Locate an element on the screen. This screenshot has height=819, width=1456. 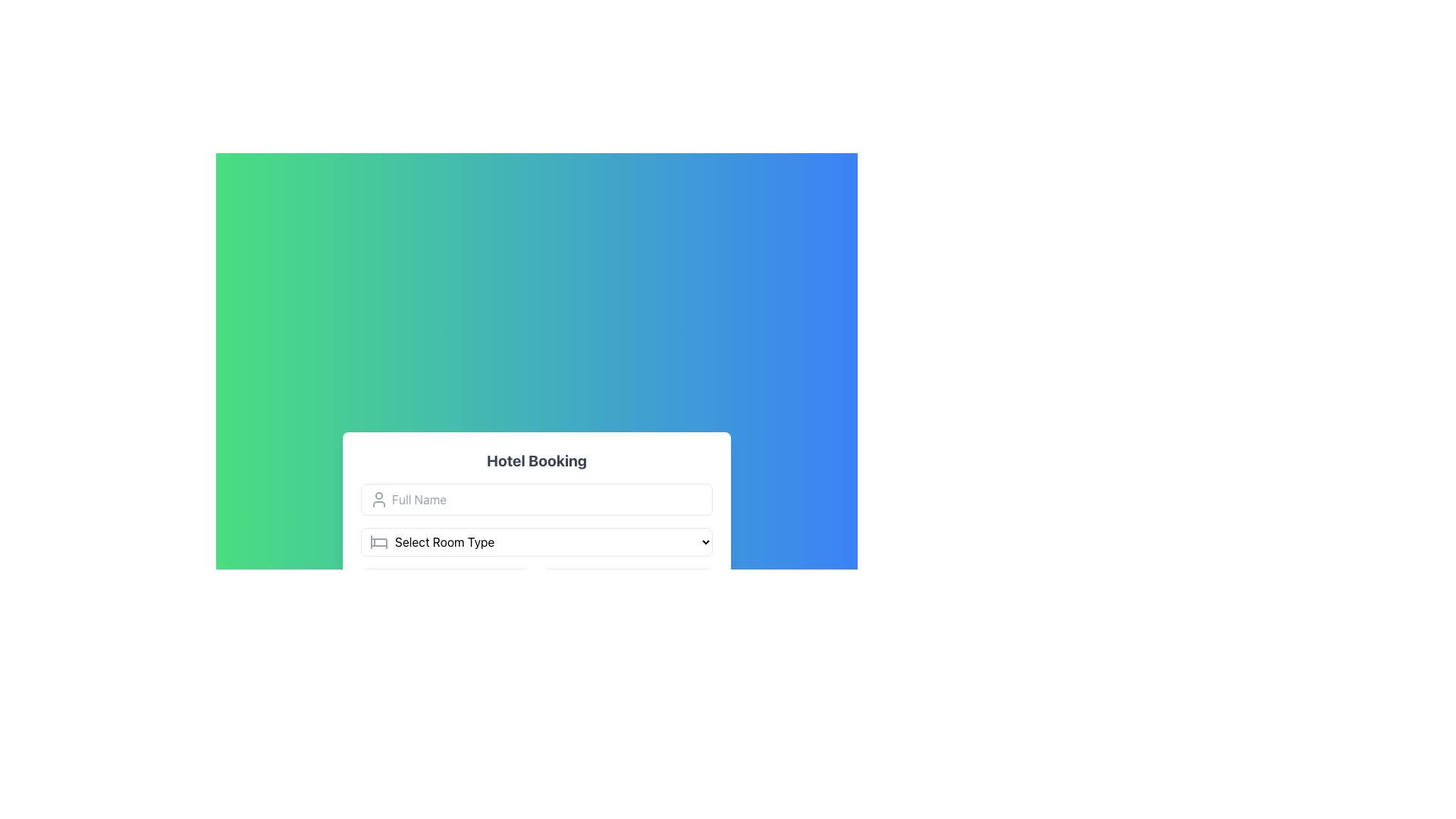
the user profile icon which is a circular head above a semi-circular body, located to the left of the 'Full Name' text input field is located at coordinates (378, 500).